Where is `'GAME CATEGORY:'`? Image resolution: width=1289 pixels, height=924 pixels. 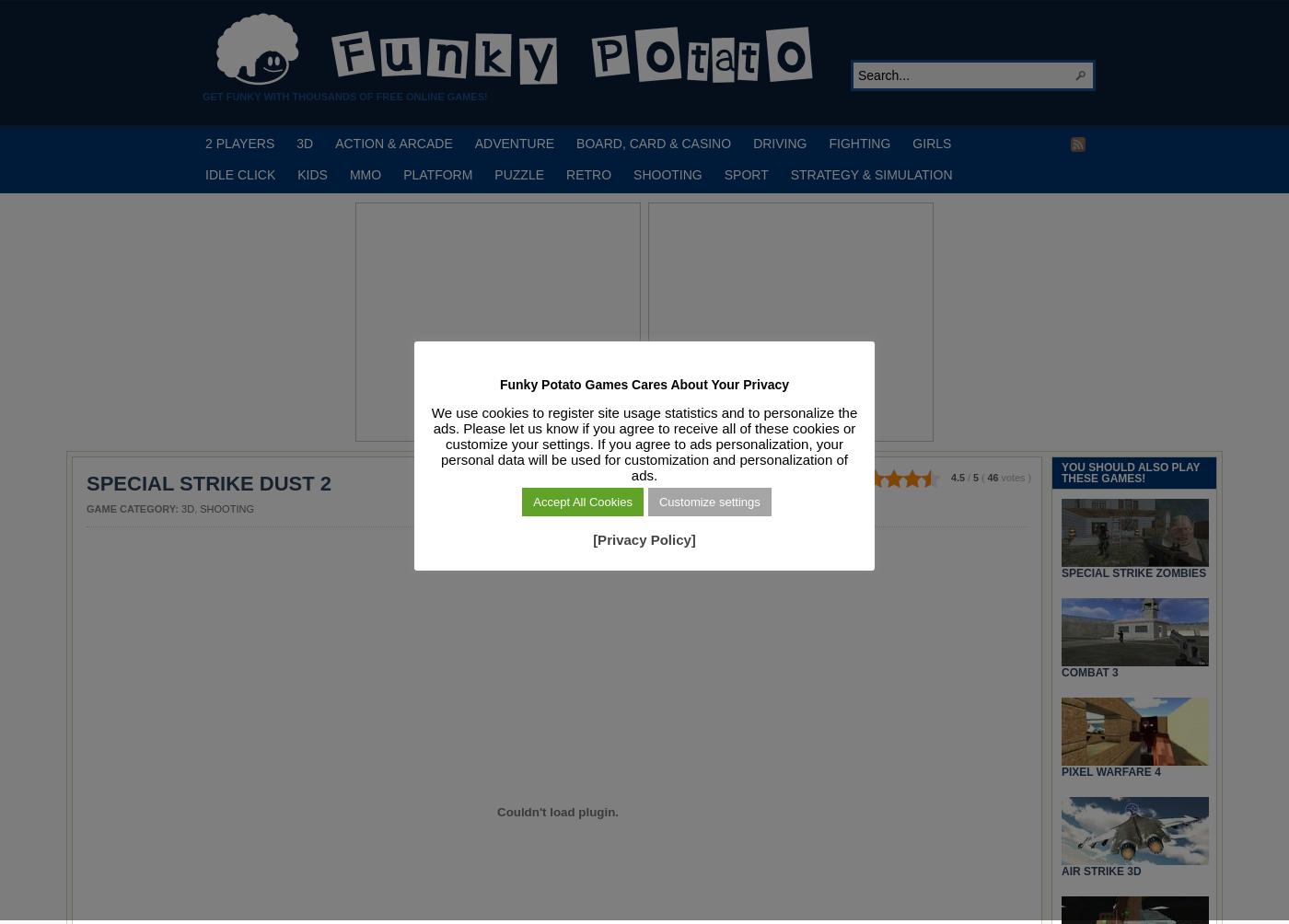
'GAME CATEGORY:' is located at coordinates (134, 509).